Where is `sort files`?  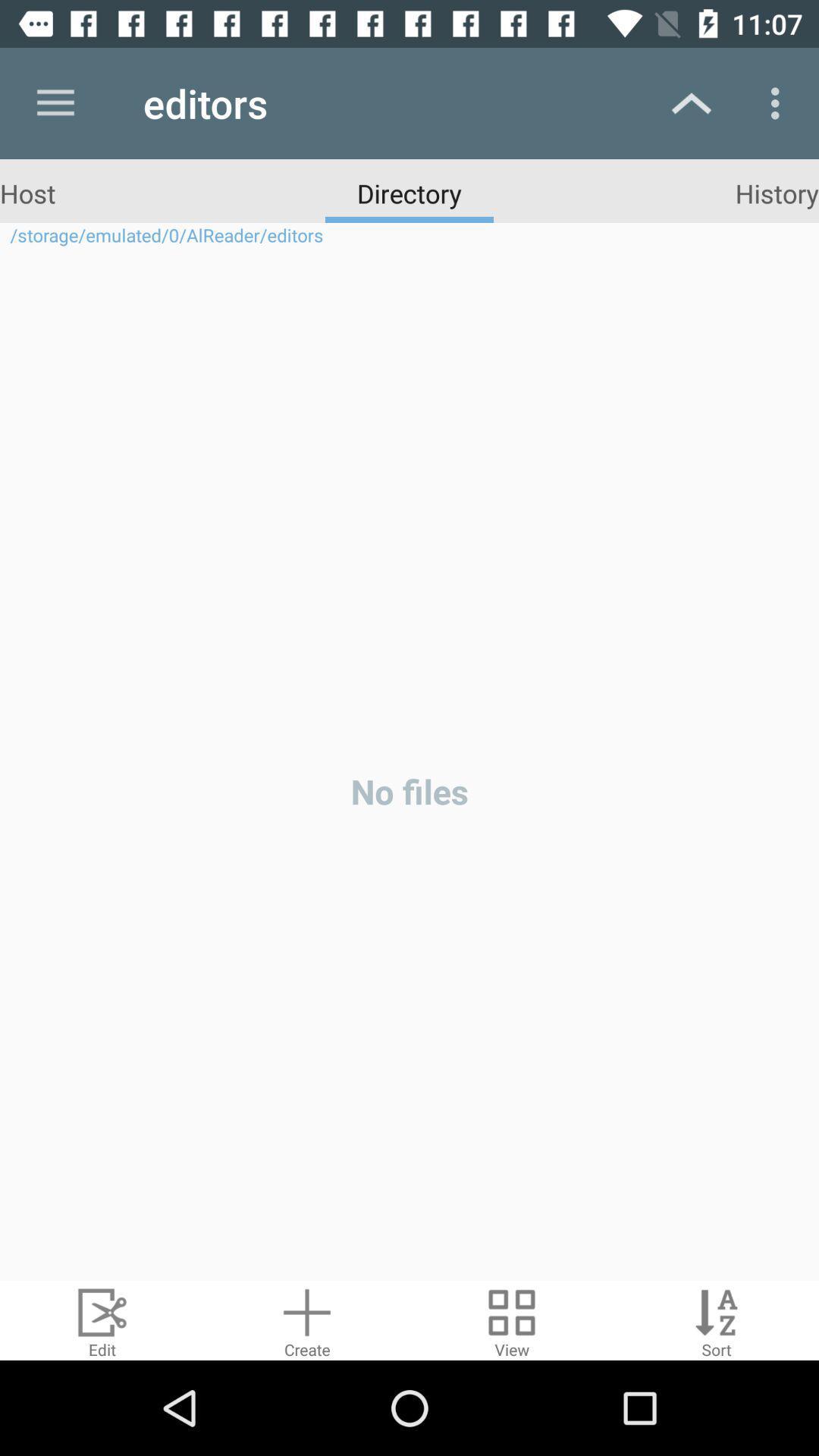
sort files is located at coordinates (717, 1319).